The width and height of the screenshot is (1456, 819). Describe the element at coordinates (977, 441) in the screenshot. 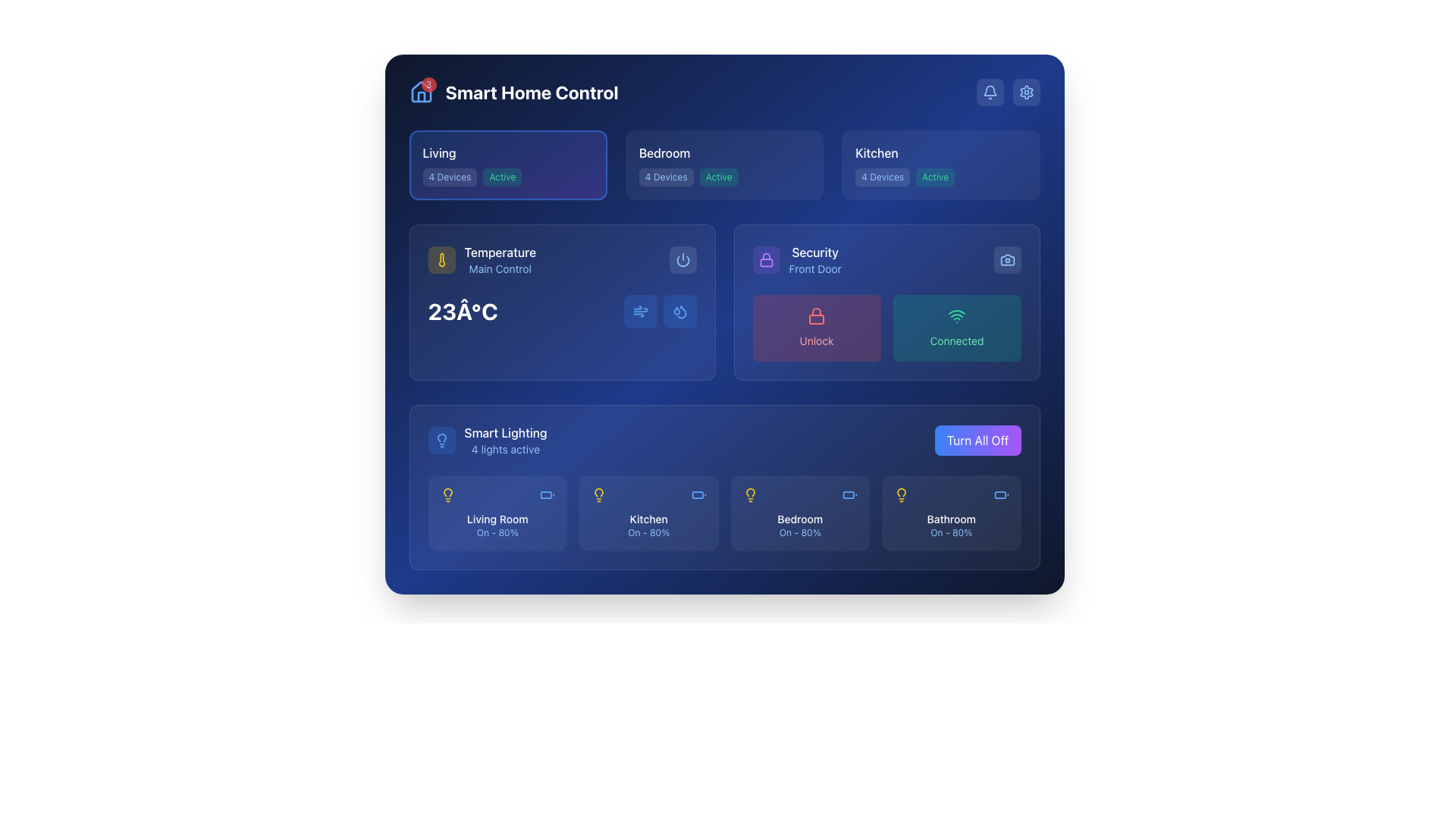

I see `the rectangular button labeled 'Turn All Off' with a gradient background transitioning from blue to purple` at that location.